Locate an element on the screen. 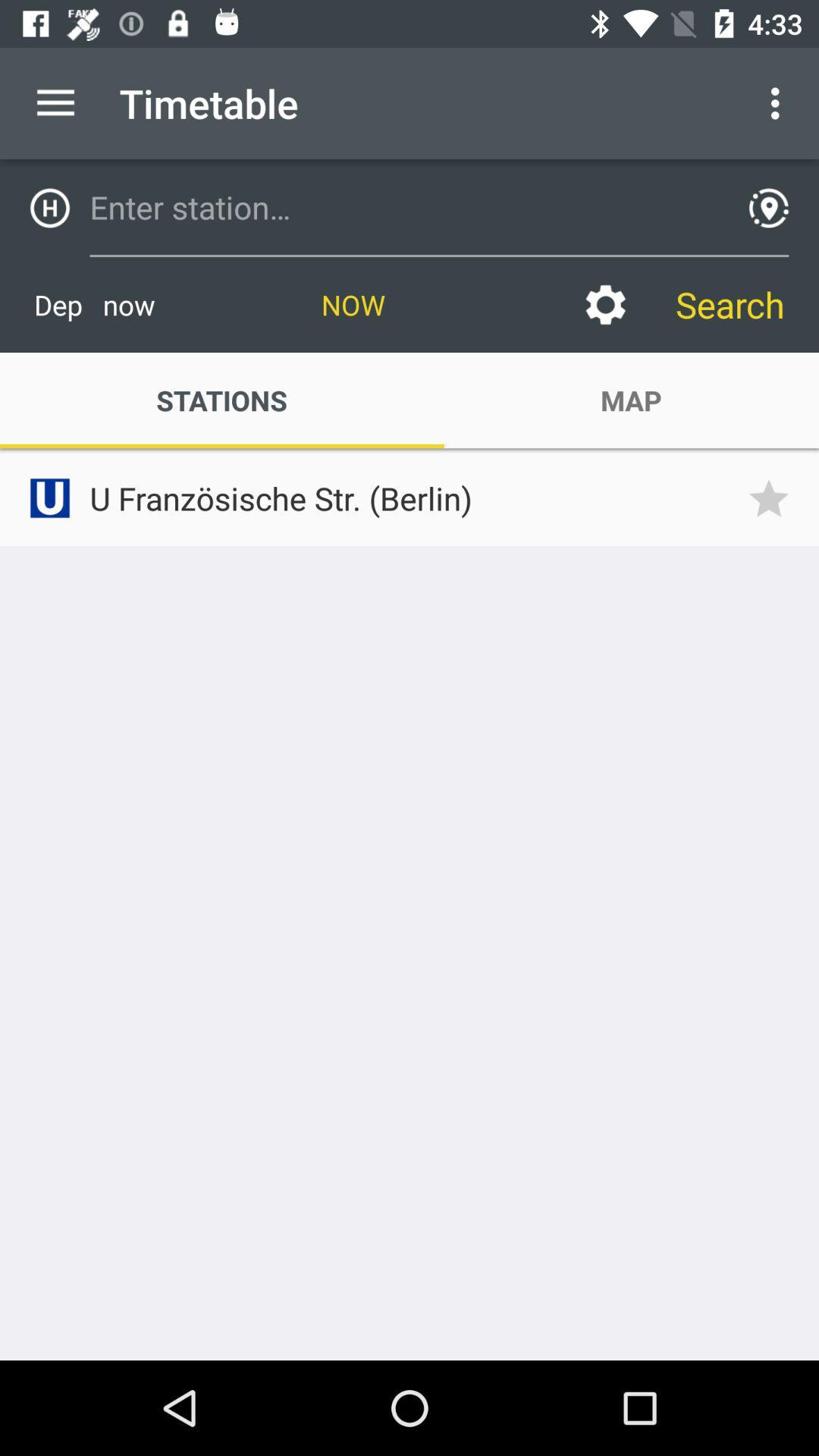 The height and width of the screenshot is (1456, 819). item next to stations icon is located at coordinates (631, 400).